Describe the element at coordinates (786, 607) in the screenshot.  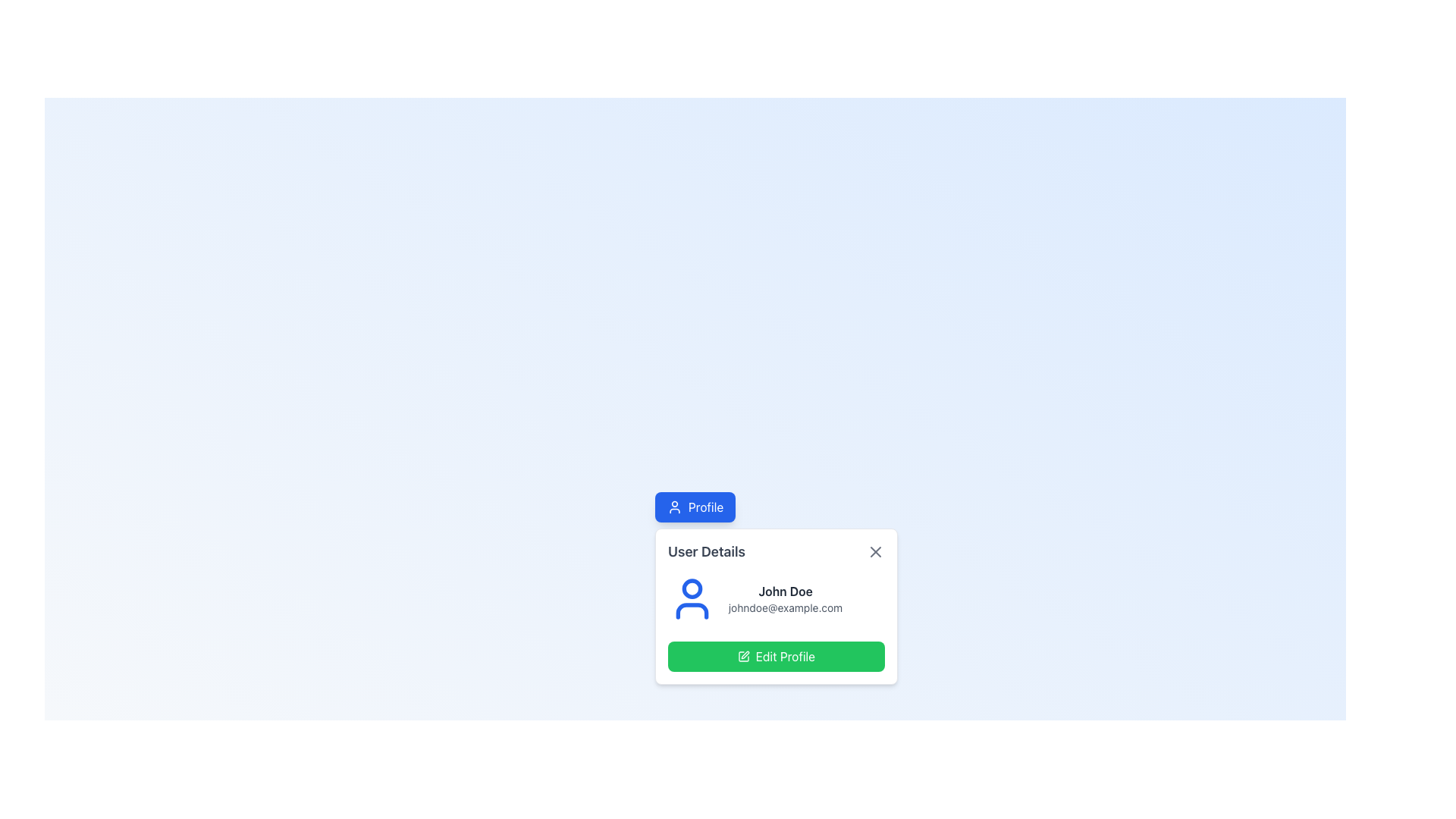
I see `the email address text label displayed below the 'John Doe' text in the user profile card` at that location.